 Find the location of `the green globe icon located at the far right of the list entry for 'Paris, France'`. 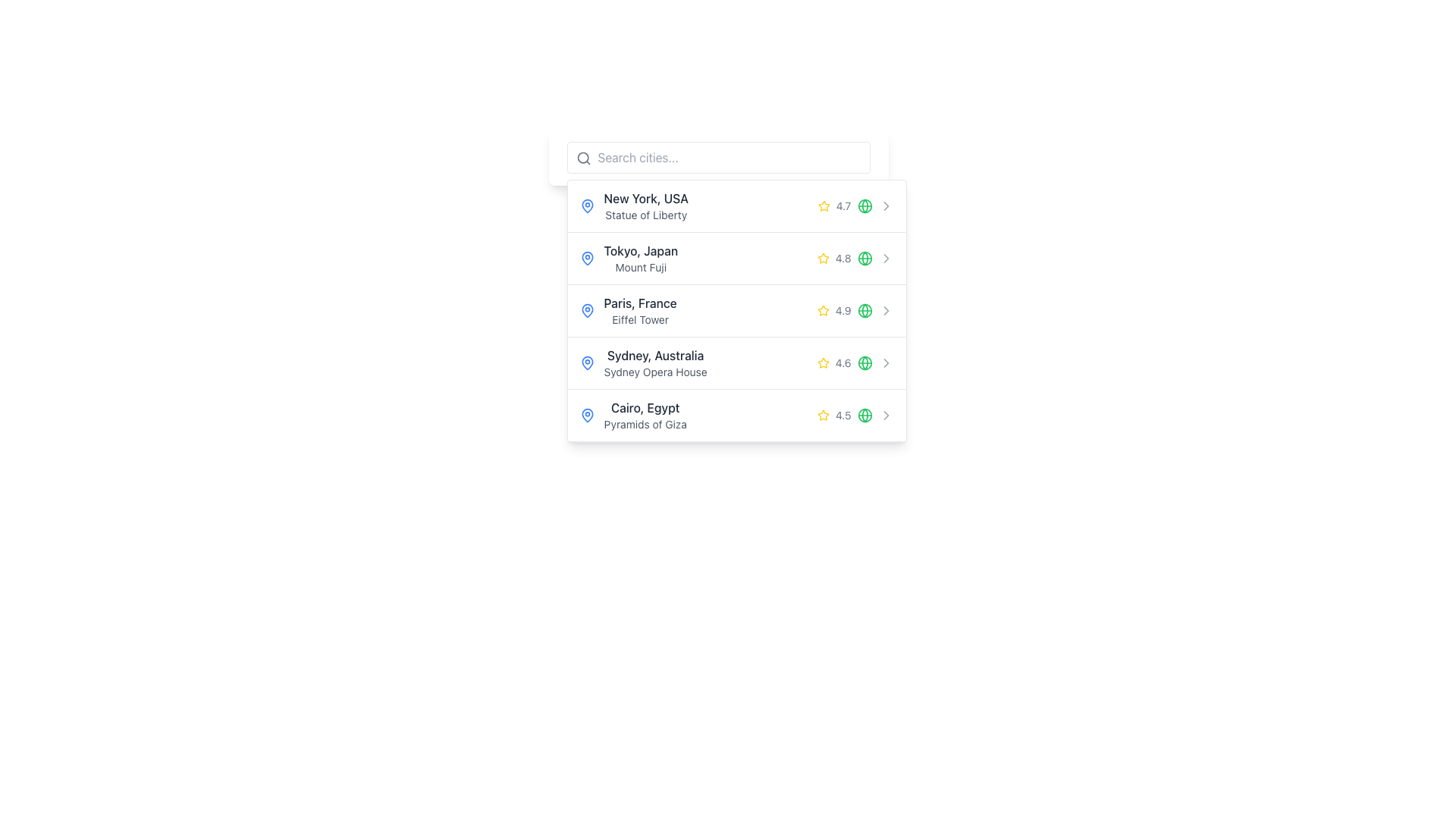

the green globe icon located at the far right of the list entry for 'Paris, France' is located at coordinates (864, 309).